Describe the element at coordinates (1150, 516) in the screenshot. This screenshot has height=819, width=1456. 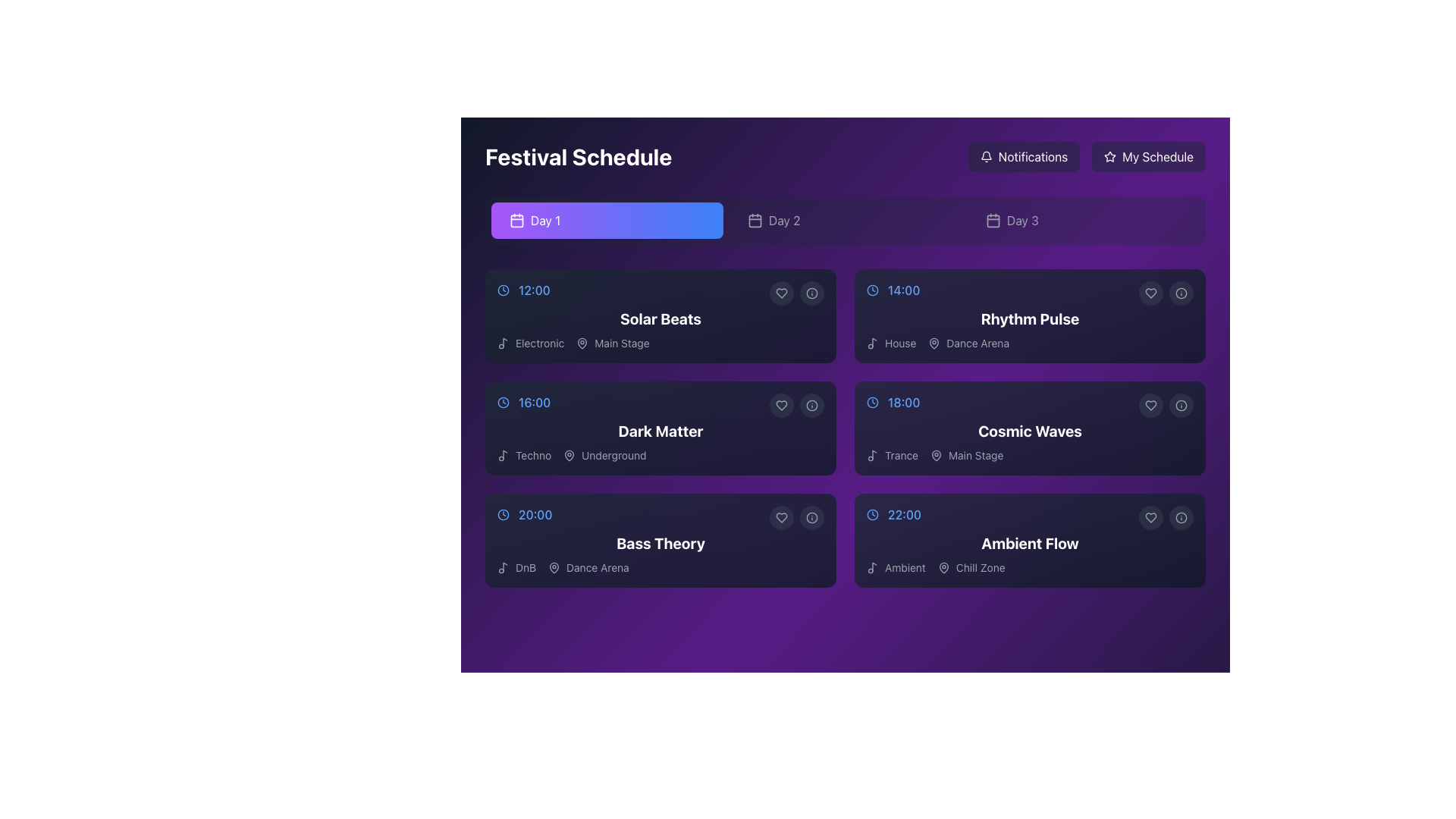
I see `the heart icon located at the bottom-right corner of the 'Ambient Flow' event card to mark the event as a favorite` at that location.